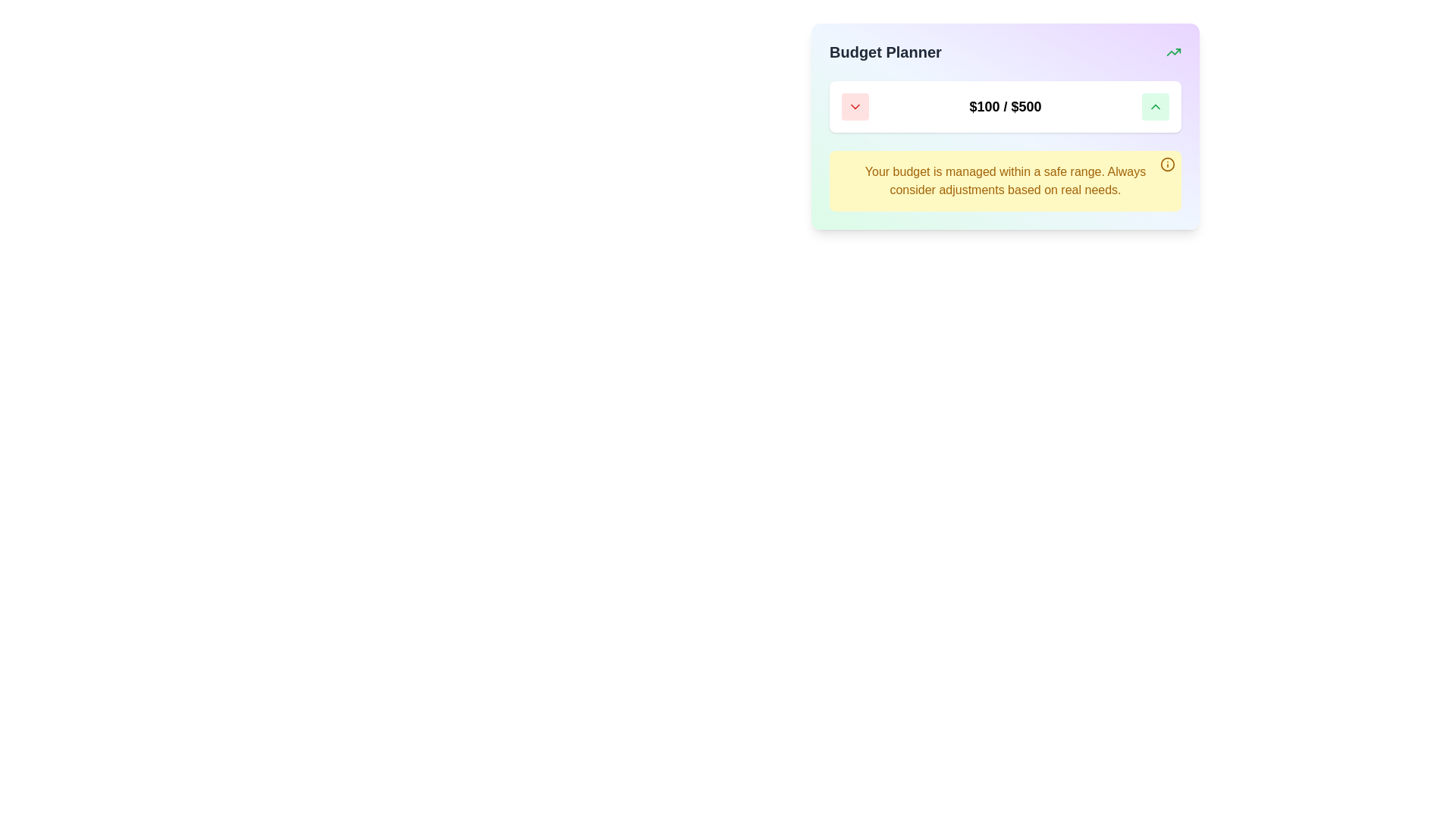 The width and height of the screenshot is (1456, 819). I want to click on the informational text label regarding budget safety and adjustment suggestions located in the yellow highlighted area below the budget range display ('$100 / $500') on the 'Budget Planner' card, so click(1005, 180).